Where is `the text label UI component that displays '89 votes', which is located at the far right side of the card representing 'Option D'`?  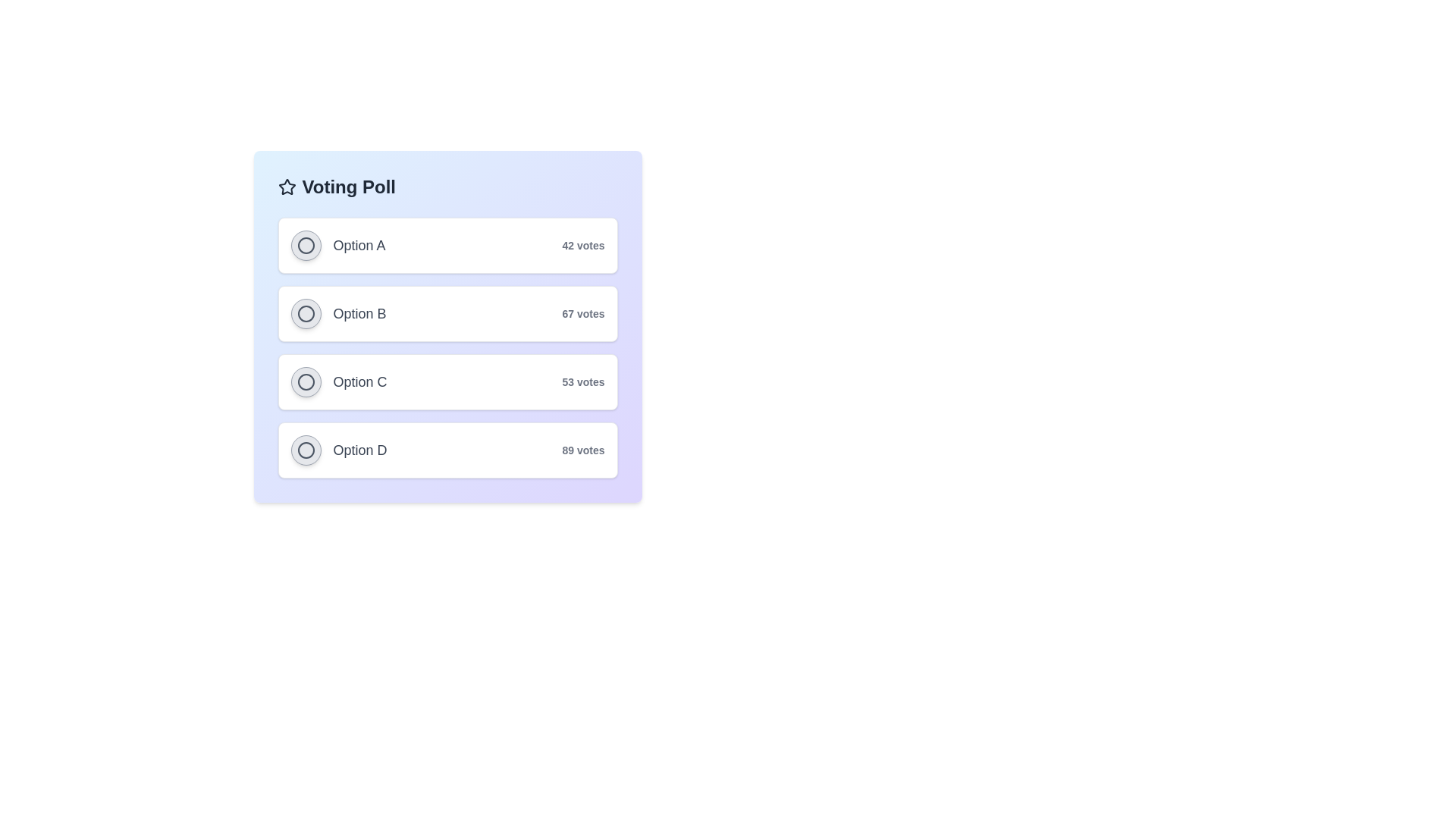 the text label UI component that displays '89 votes', which is located at the far right side of the card representing 'Option D' is located at coordinates (582, 450).